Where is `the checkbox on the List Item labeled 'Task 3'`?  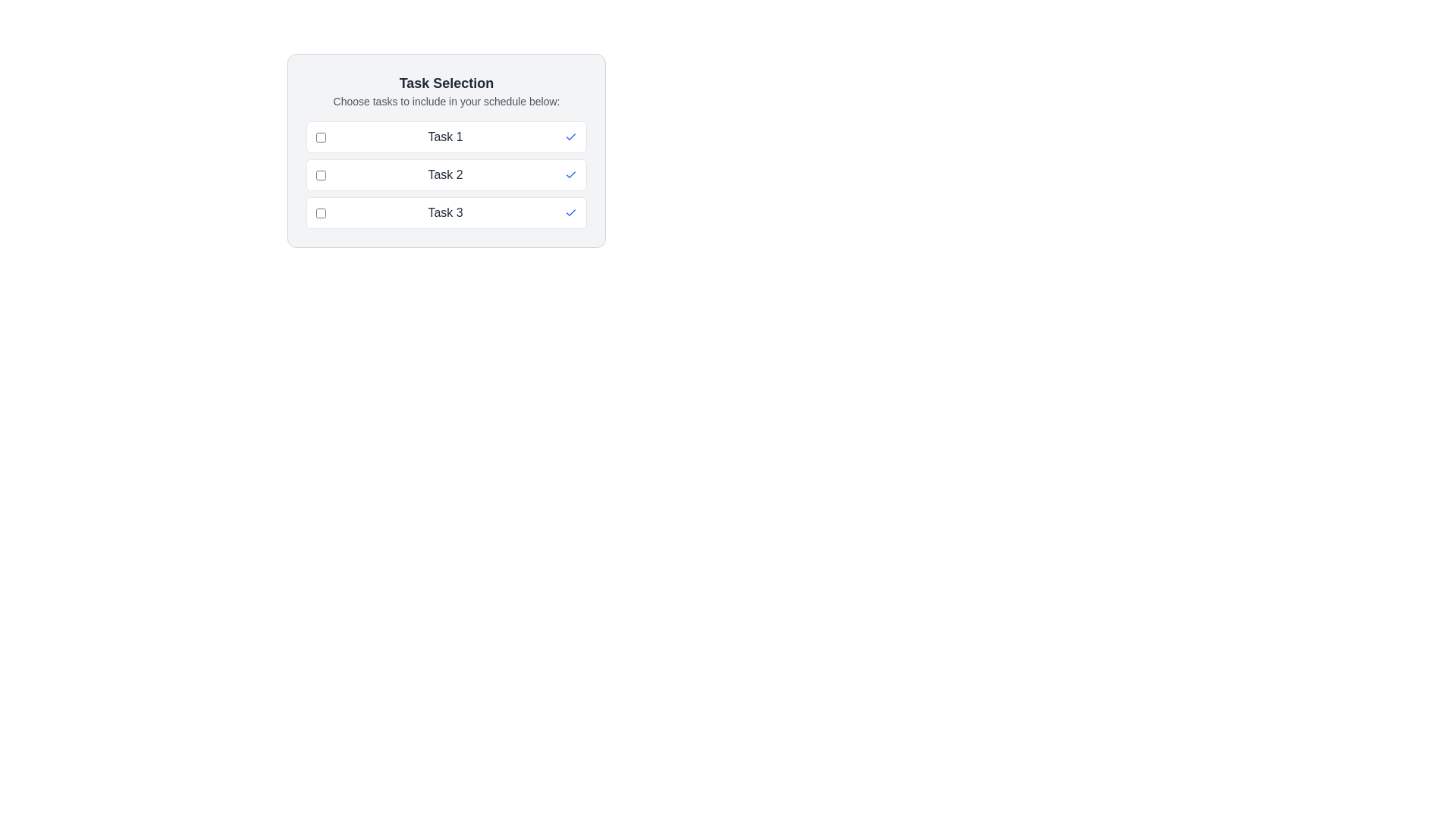
the checkbox on the List Item labeled 'Task 3' is located at coordinates (446, 213).